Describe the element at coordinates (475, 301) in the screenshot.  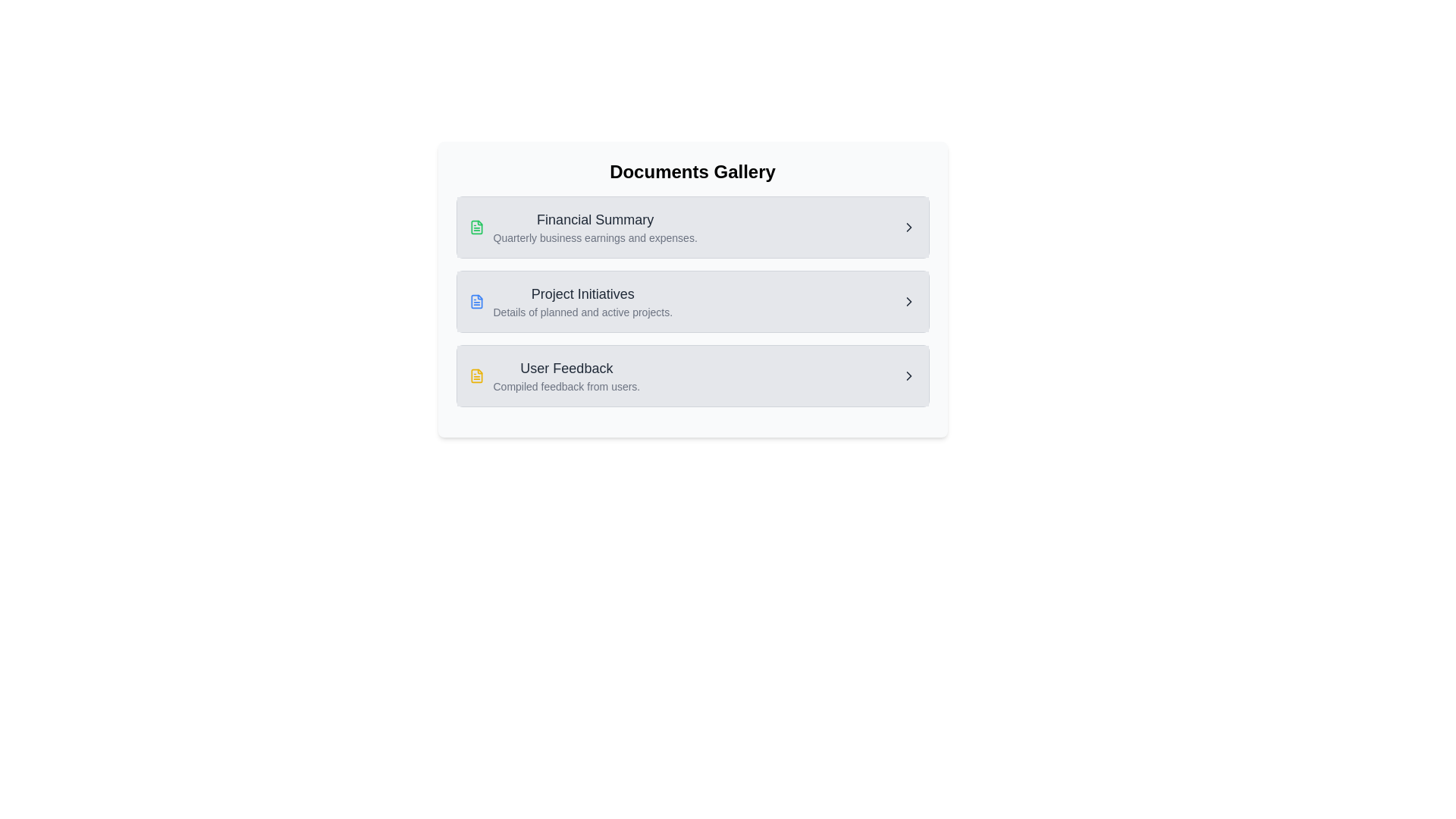
I see `the icon in the 'Project Initiatives' section, located at the far left of the row, which serves as a visual indicator for content type` at that location.